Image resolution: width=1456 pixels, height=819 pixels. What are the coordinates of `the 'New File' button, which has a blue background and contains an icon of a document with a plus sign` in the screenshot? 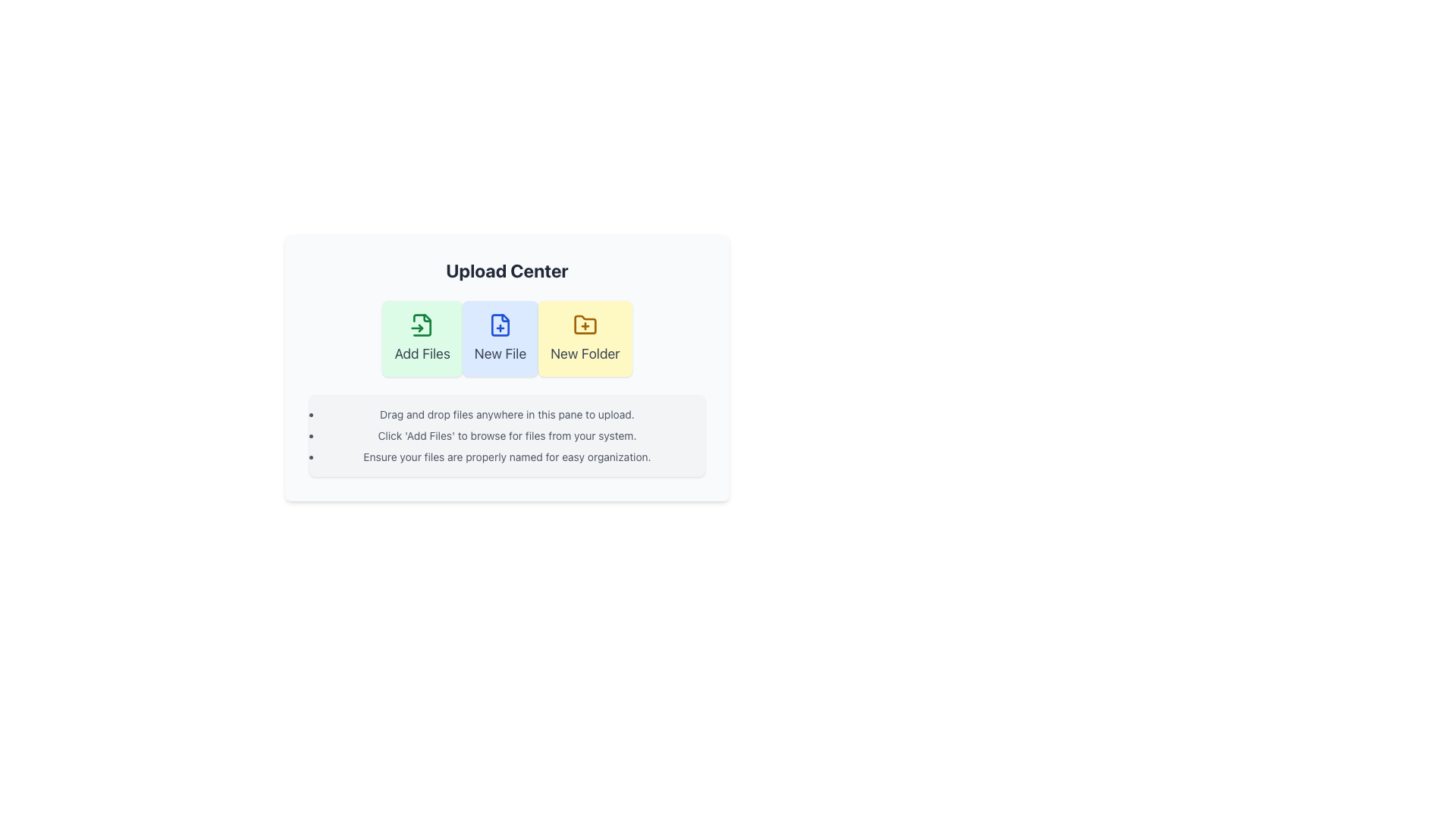 It's located at (500, 338).